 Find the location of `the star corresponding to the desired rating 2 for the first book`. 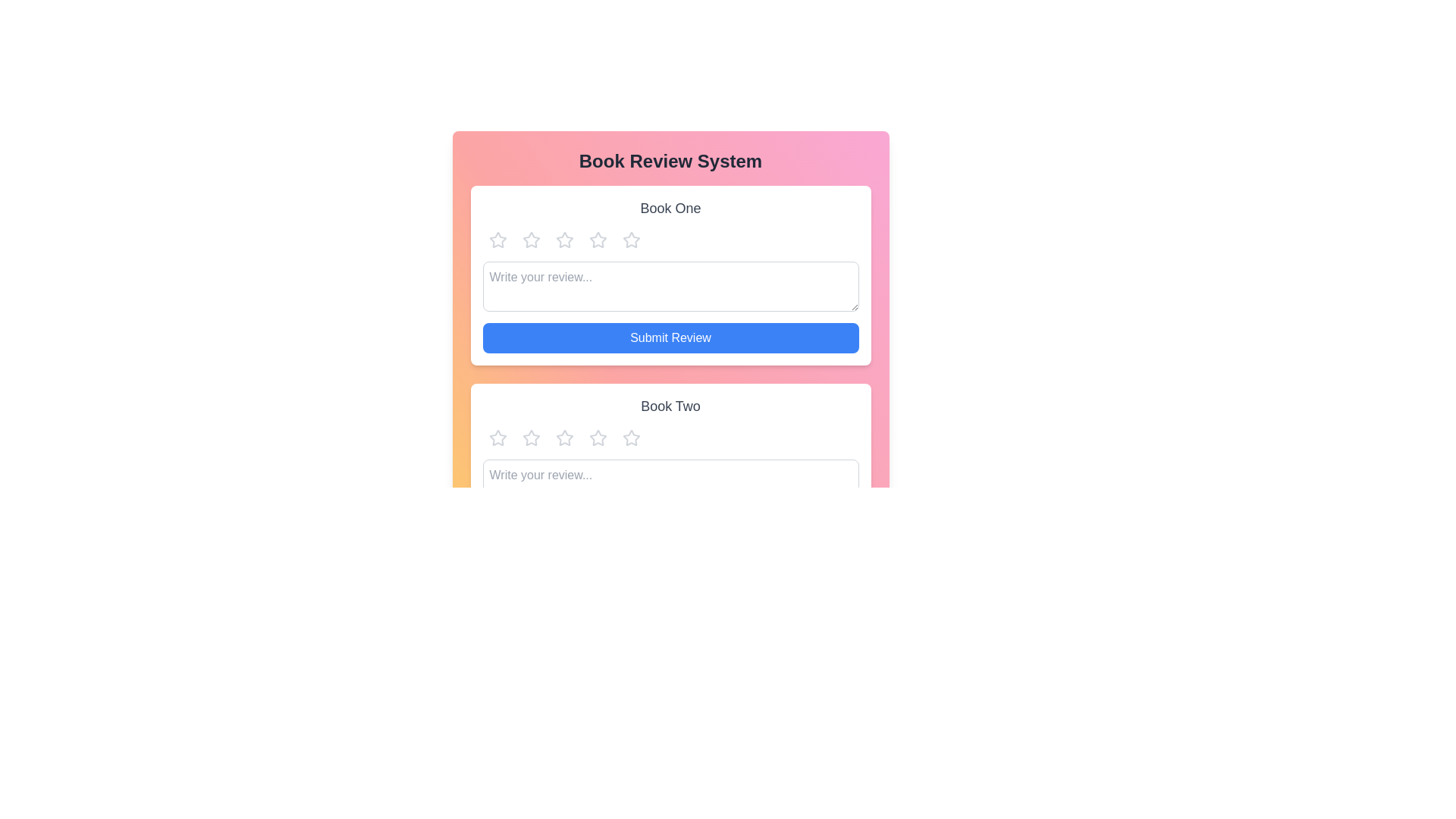

the star corresponding to the desired rating 2 for the first book is located at coordinates (531, 239).